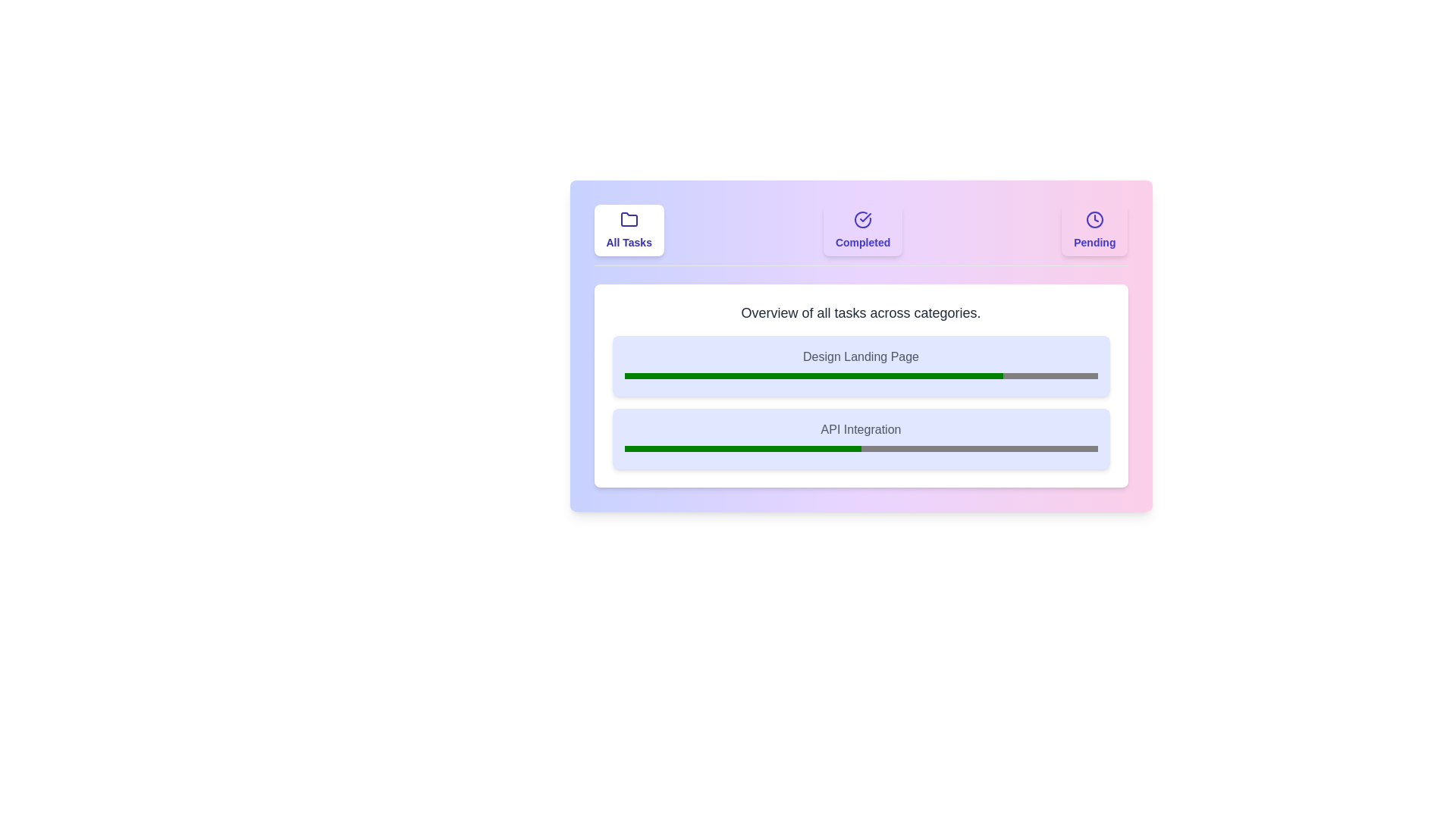 The image size is (1456, 819). What do you see at coordinates (861, 346) in the screenshot?
I see `the progress bars in the Dashboard section, which features a gradient background and lists tasks such as 'Design Landing Page' and 'API Integration'` at bounding box center [861, 346].